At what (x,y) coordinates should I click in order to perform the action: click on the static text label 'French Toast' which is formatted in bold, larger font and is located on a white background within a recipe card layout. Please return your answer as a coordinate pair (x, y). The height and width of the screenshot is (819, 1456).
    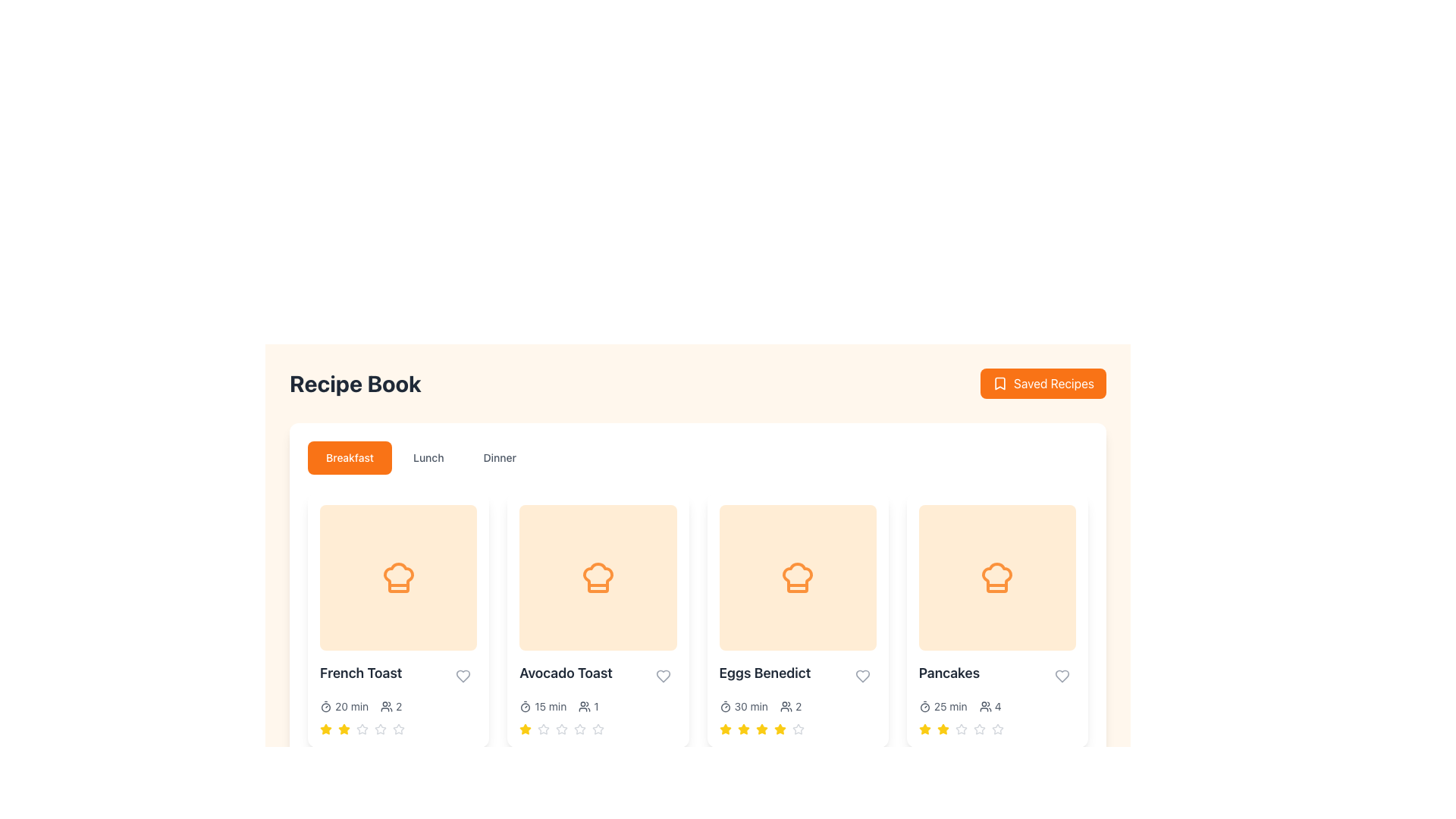
    Looking at the image, I should click on (360, 672).